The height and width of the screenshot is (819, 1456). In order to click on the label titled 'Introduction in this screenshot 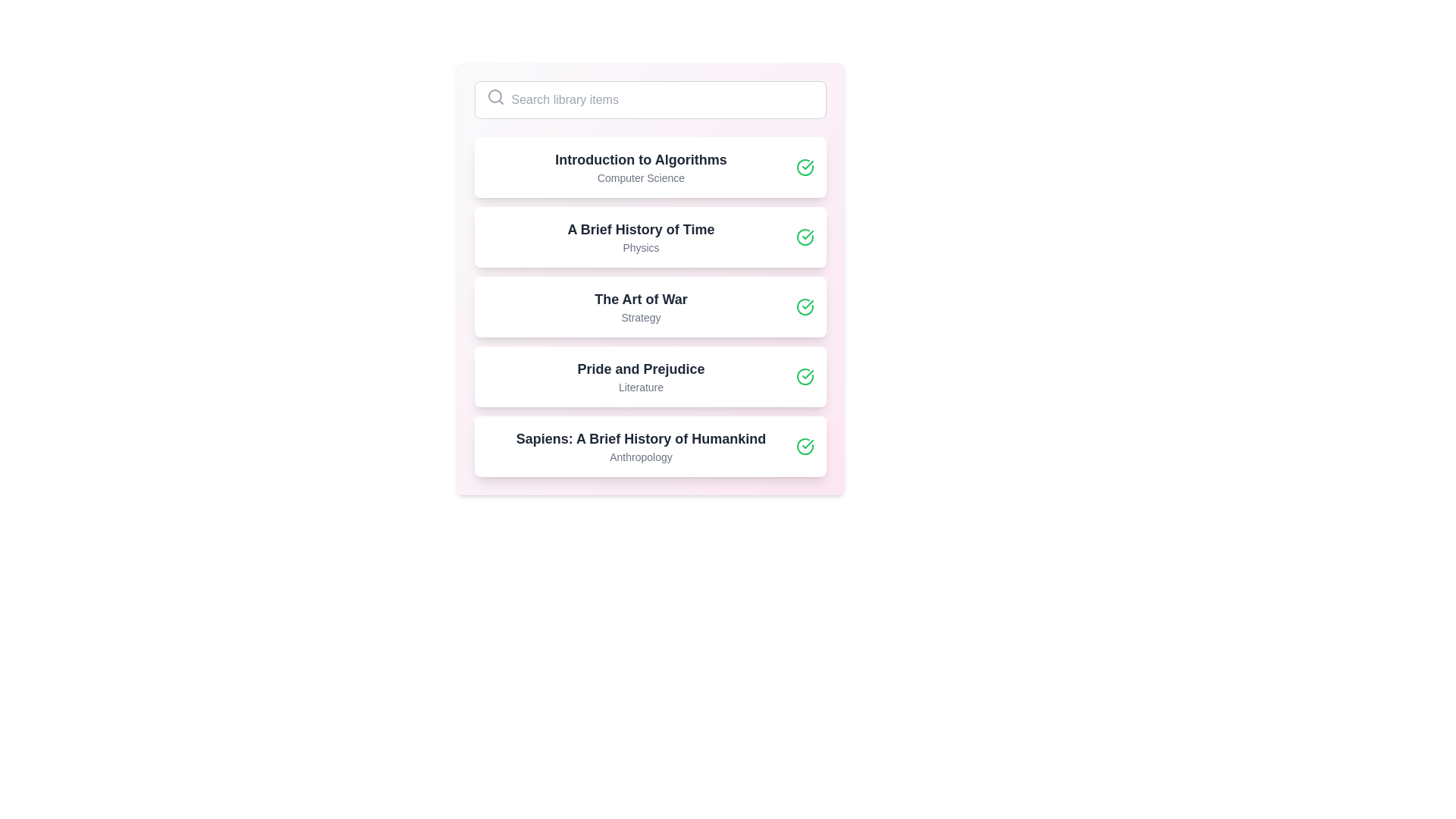, I will do `click(641, 167)`.